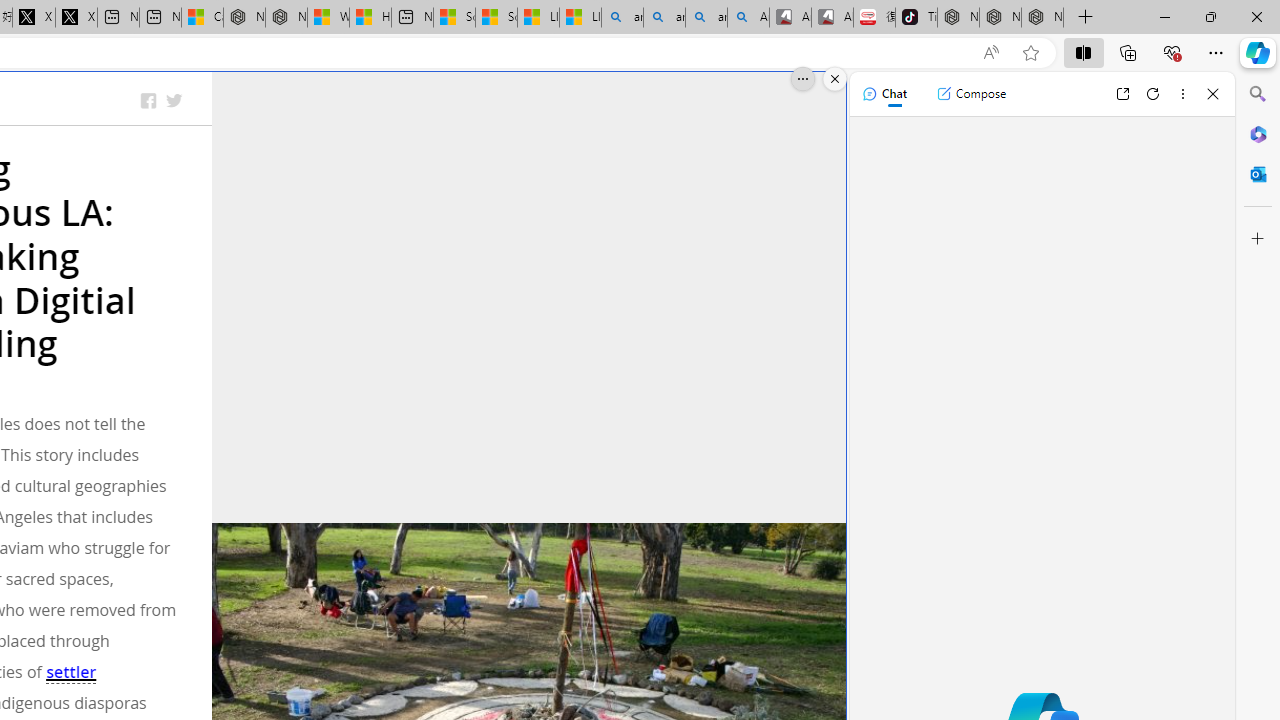  Describe the element at coordinates (1182, 93) in the screenshot. I see `'More options'` at that location.